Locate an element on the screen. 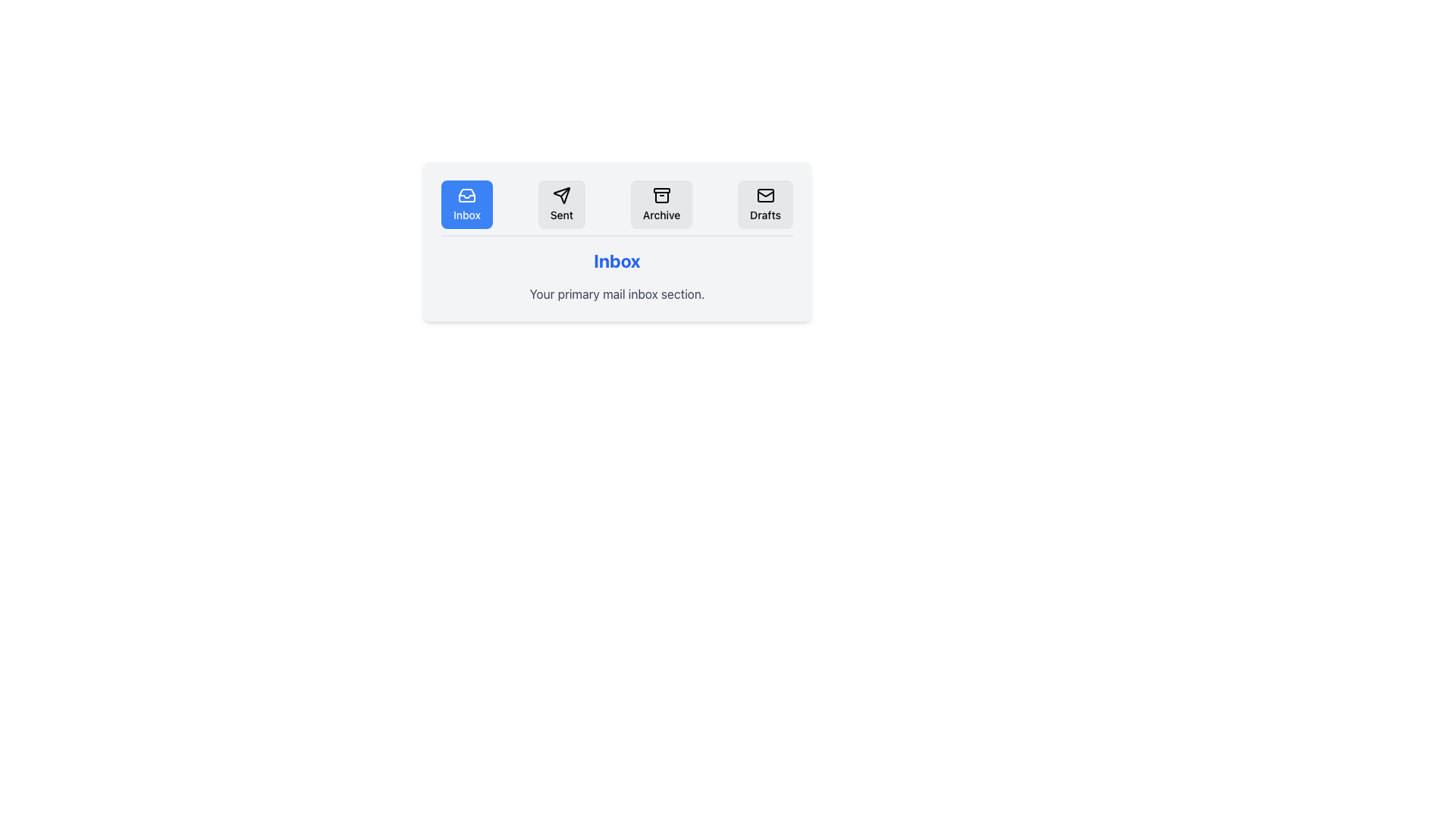 Image resolution: width=1456 pixels, height=819 pixels. the 'Inbox' navigation button with a blue background is located at coordinates (466, 195).